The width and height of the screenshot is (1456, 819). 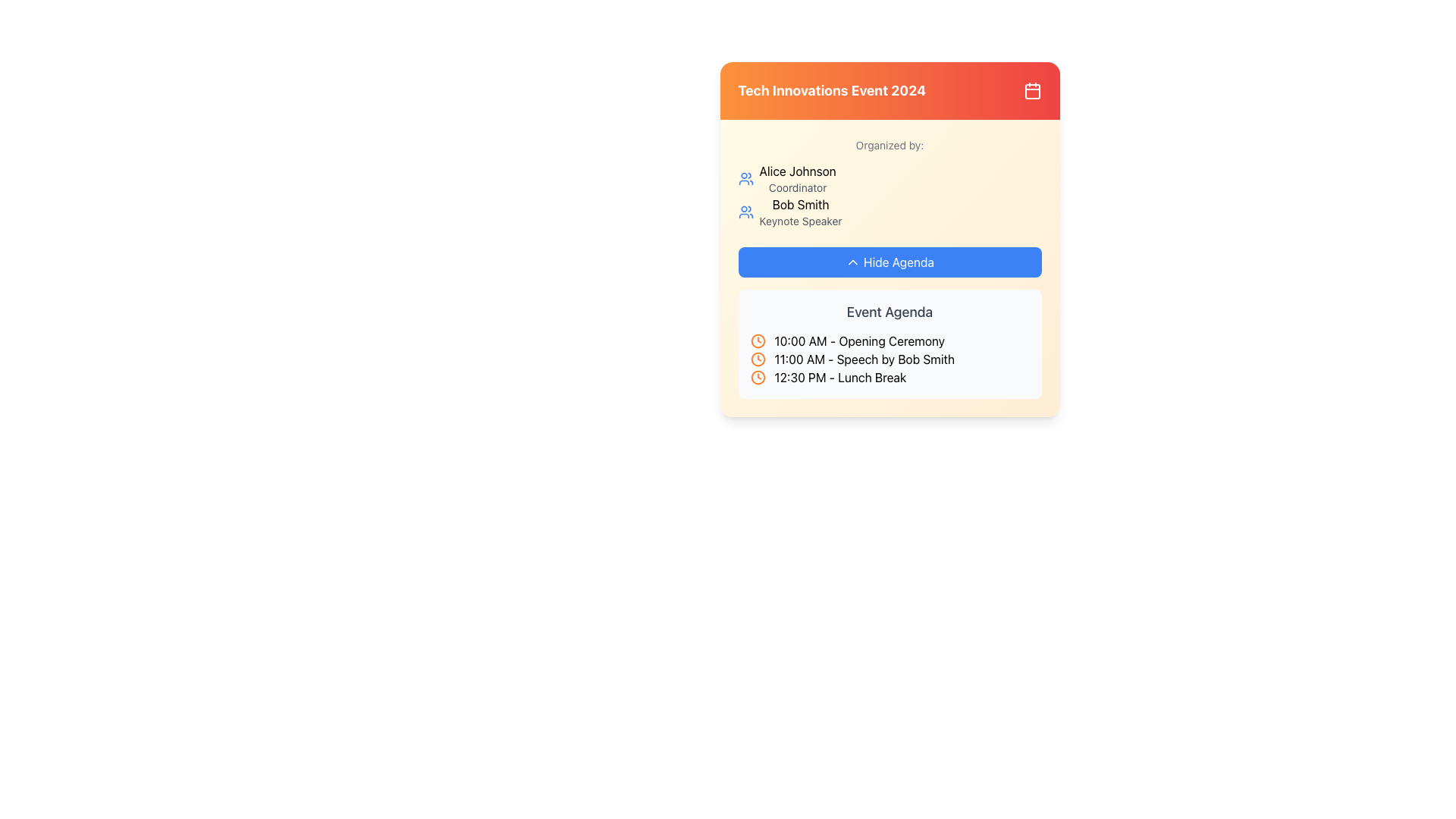 I want to click on the surrounding area of the second list item under the 'Event Agenda' section to interact with the event information for 'Speech by Bob Smith.', so click(x=890, y=359).